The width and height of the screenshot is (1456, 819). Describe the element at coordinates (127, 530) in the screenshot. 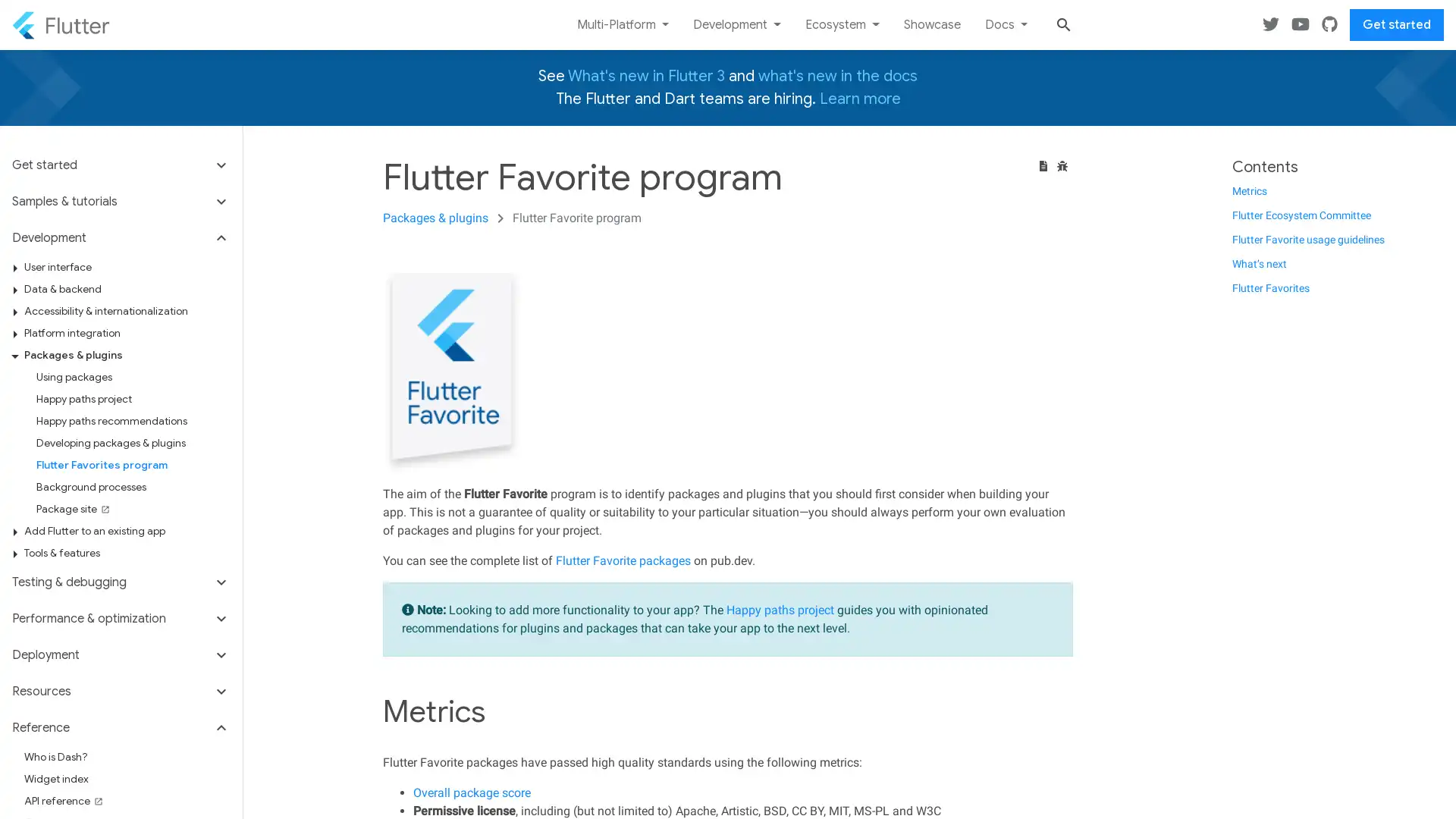

I see `arrow_drop_down Add Flutter to an existing app` at that location.